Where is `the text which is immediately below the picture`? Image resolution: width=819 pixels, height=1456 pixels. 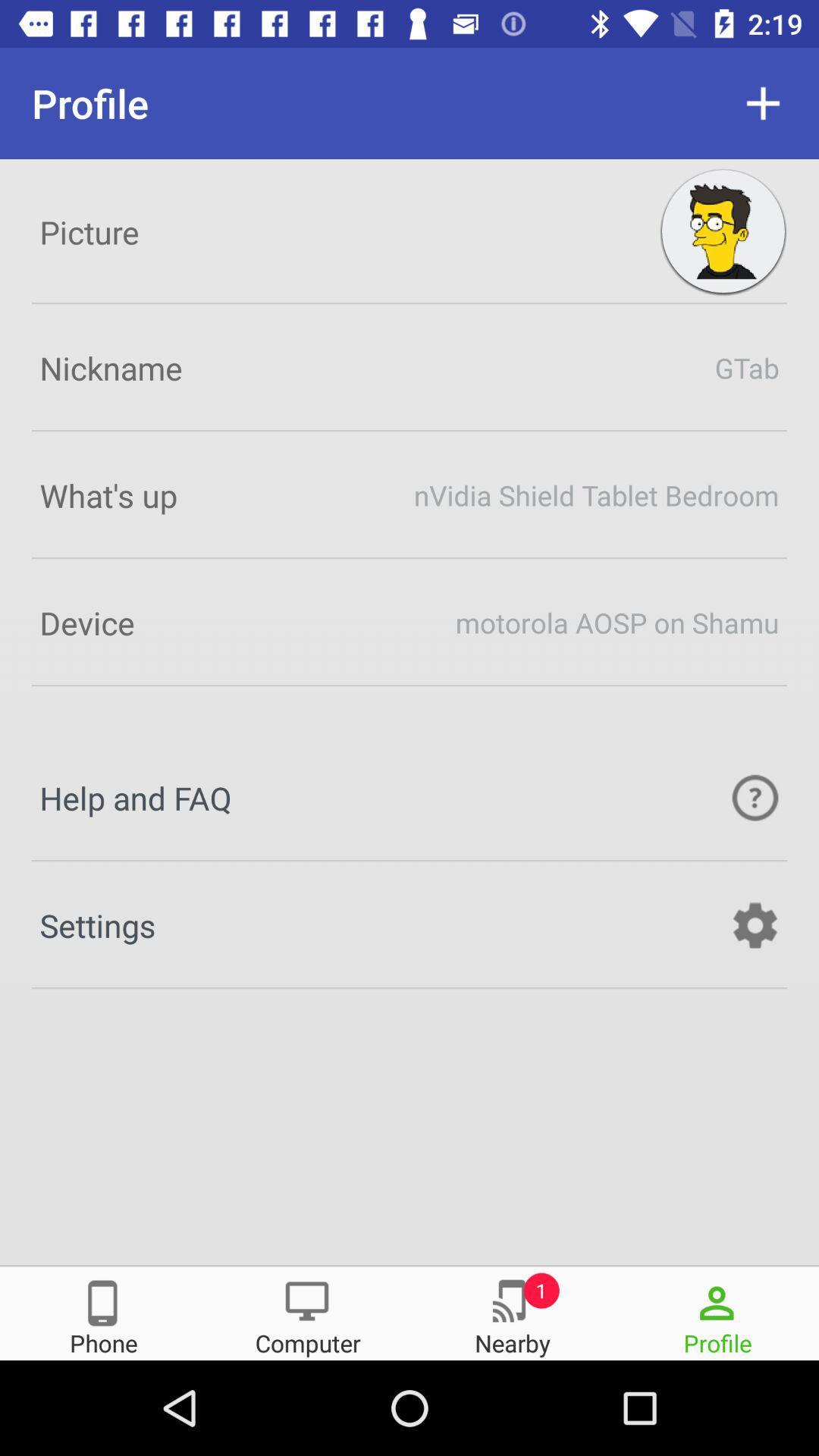 the text which is immediately below the picture is located at coordinates (409, 367).